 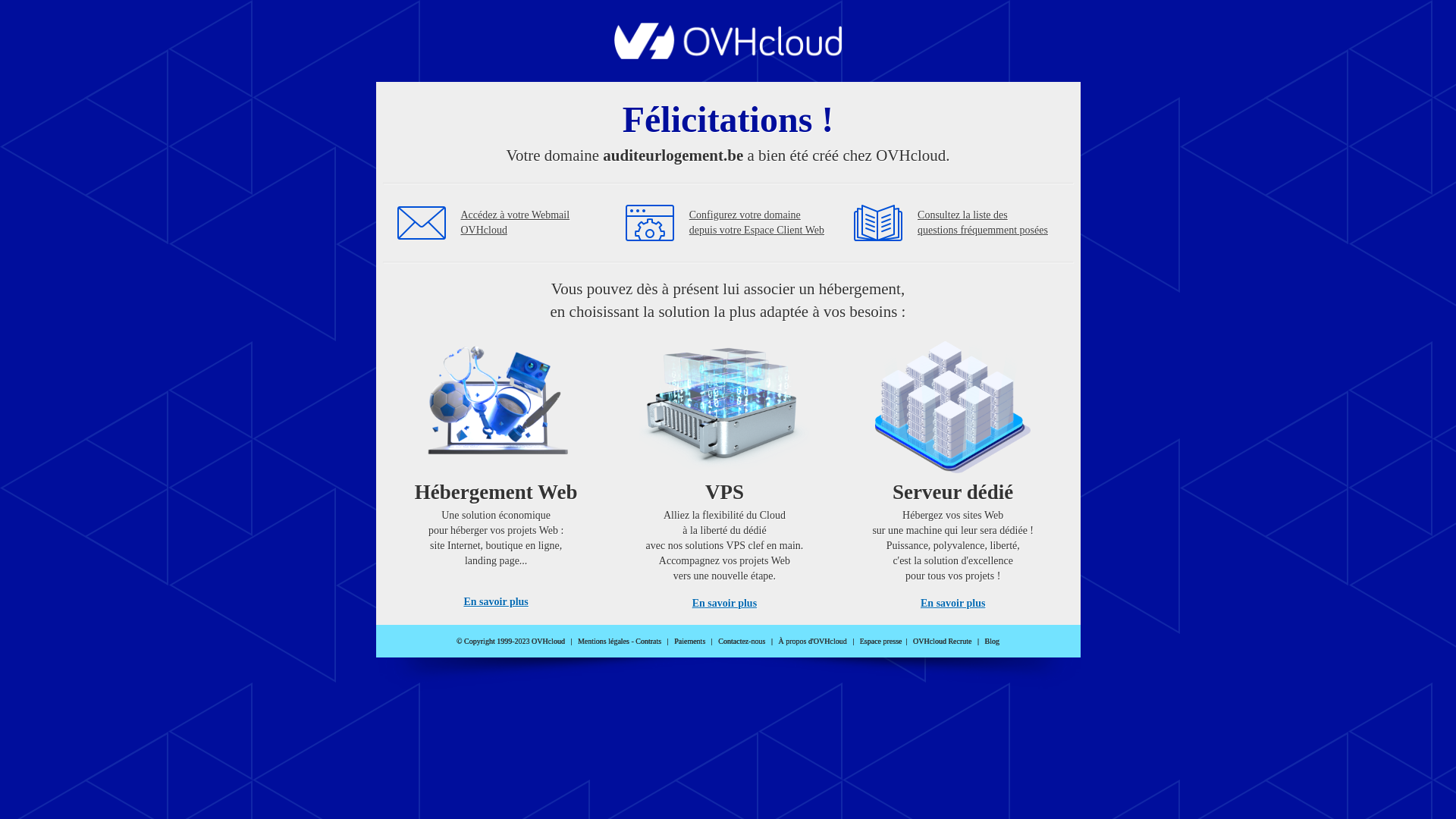 What do you see at coordinates (742, 641) in the screenshot?
I see `'Contactez-nous'` at bounding box center [742, 641].